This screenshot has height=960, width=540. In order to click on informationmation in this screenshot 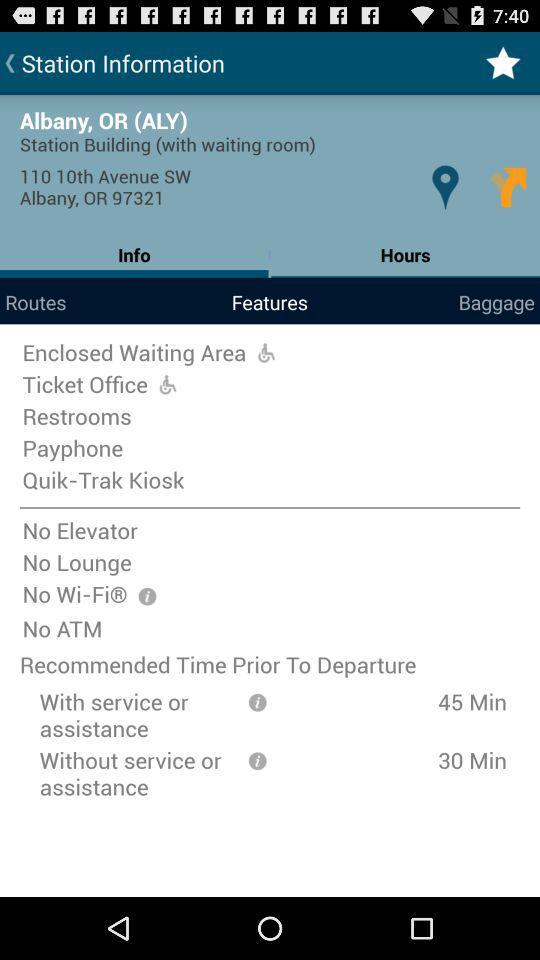, I will do `click(257, 701)`.